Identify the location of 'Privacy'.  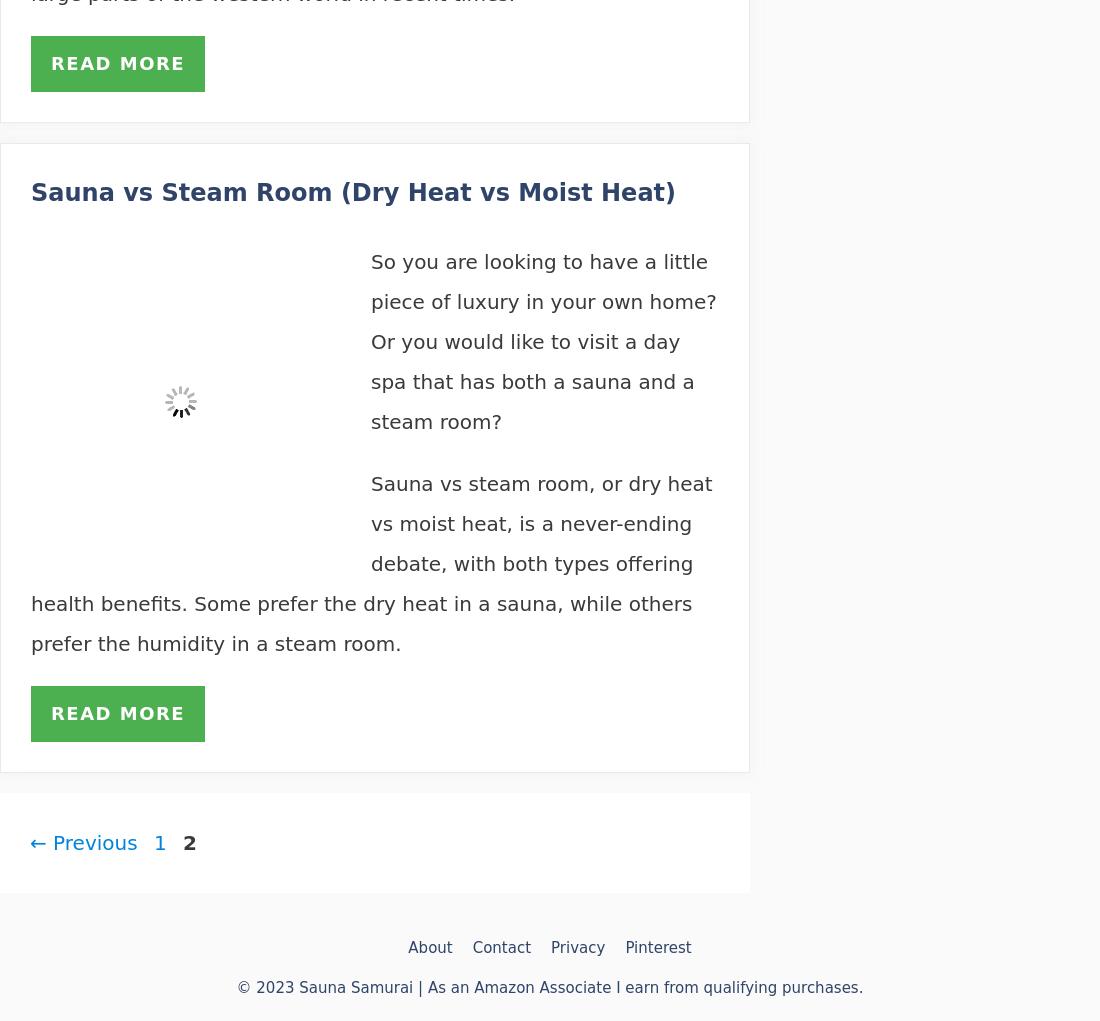
(577, 946).